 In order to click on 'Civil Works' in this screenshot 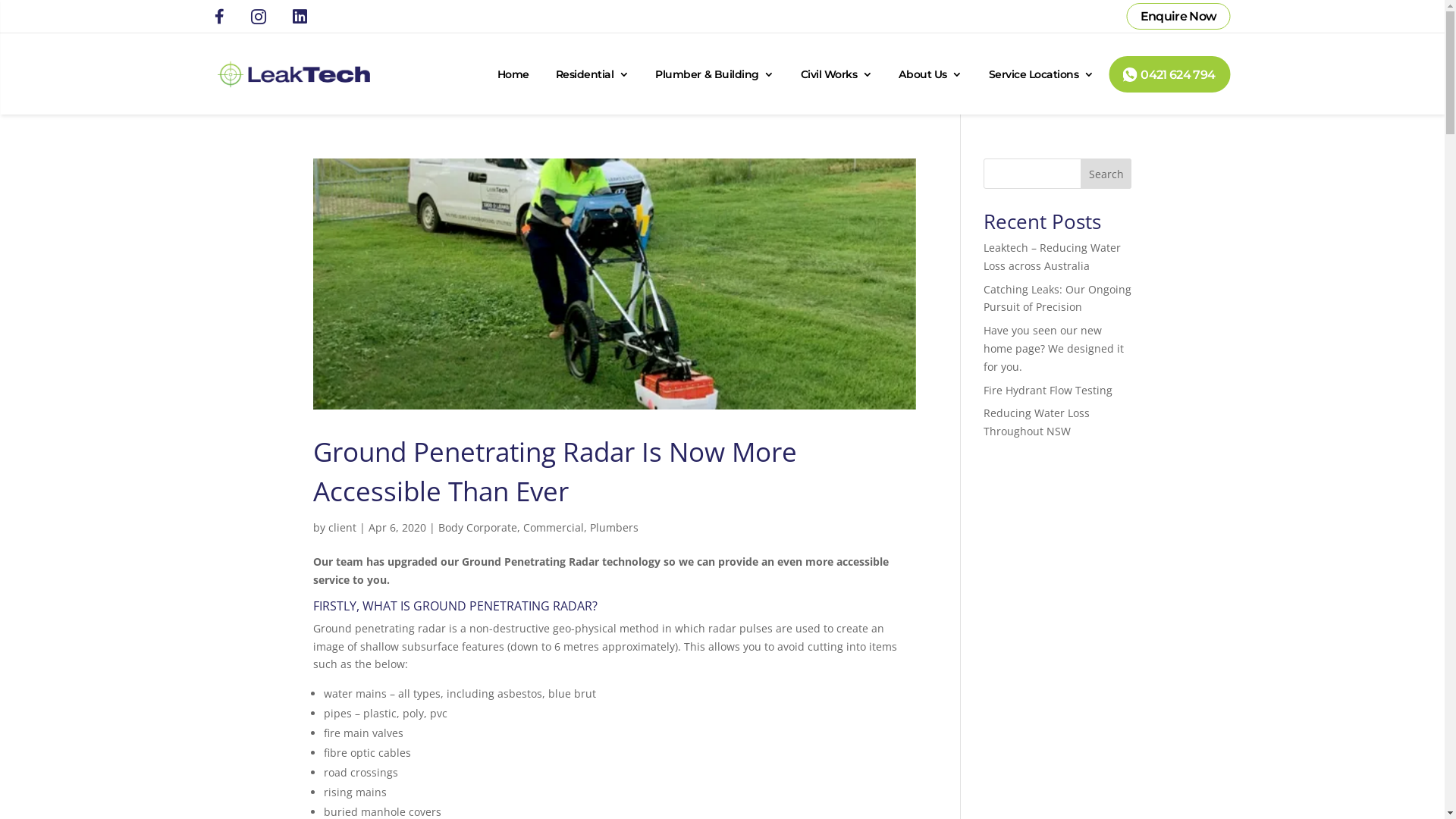, I will do `click(836, 74)`.